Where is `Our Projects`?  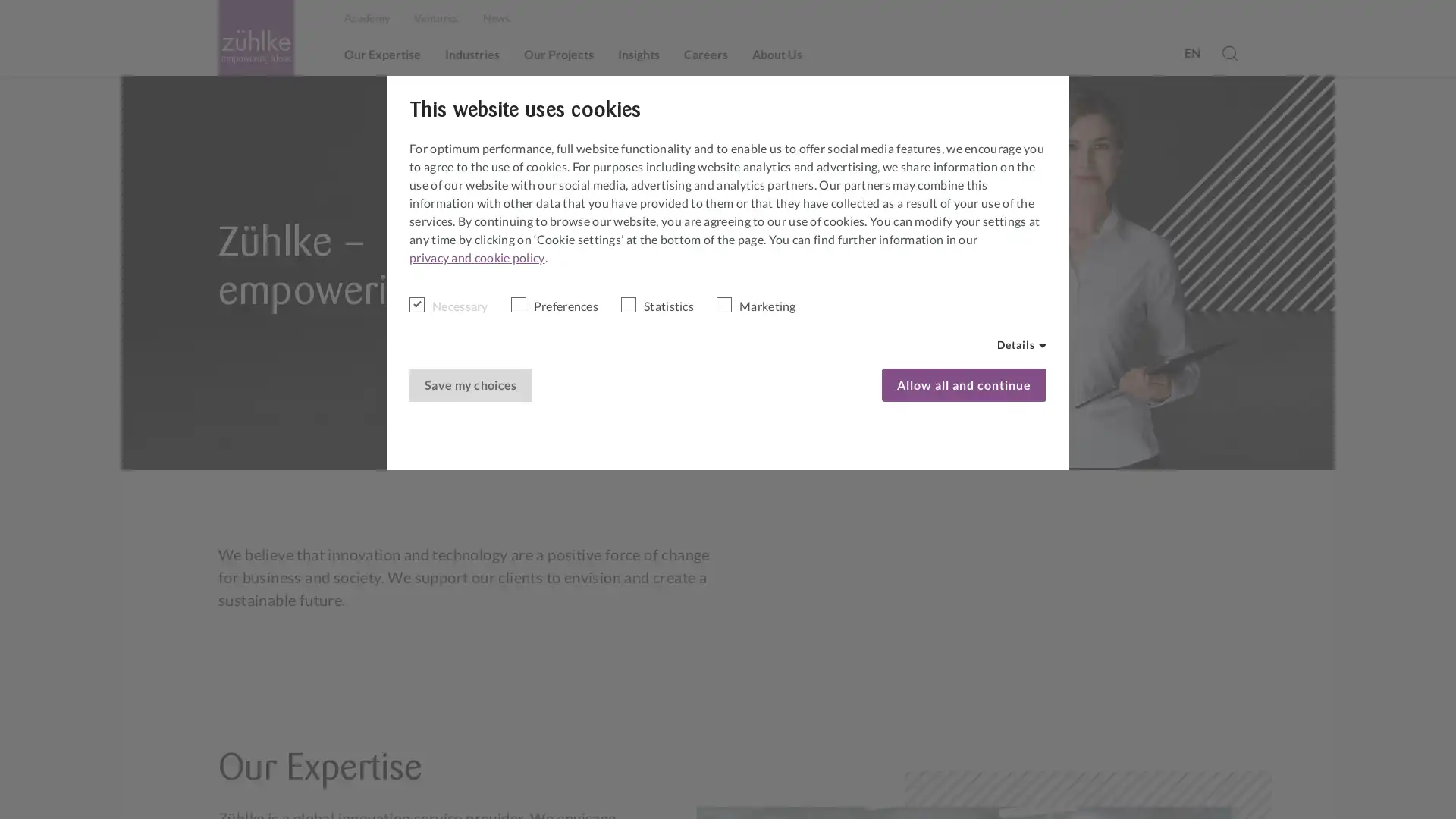
Our Projects is located at coordinates (558, 54).